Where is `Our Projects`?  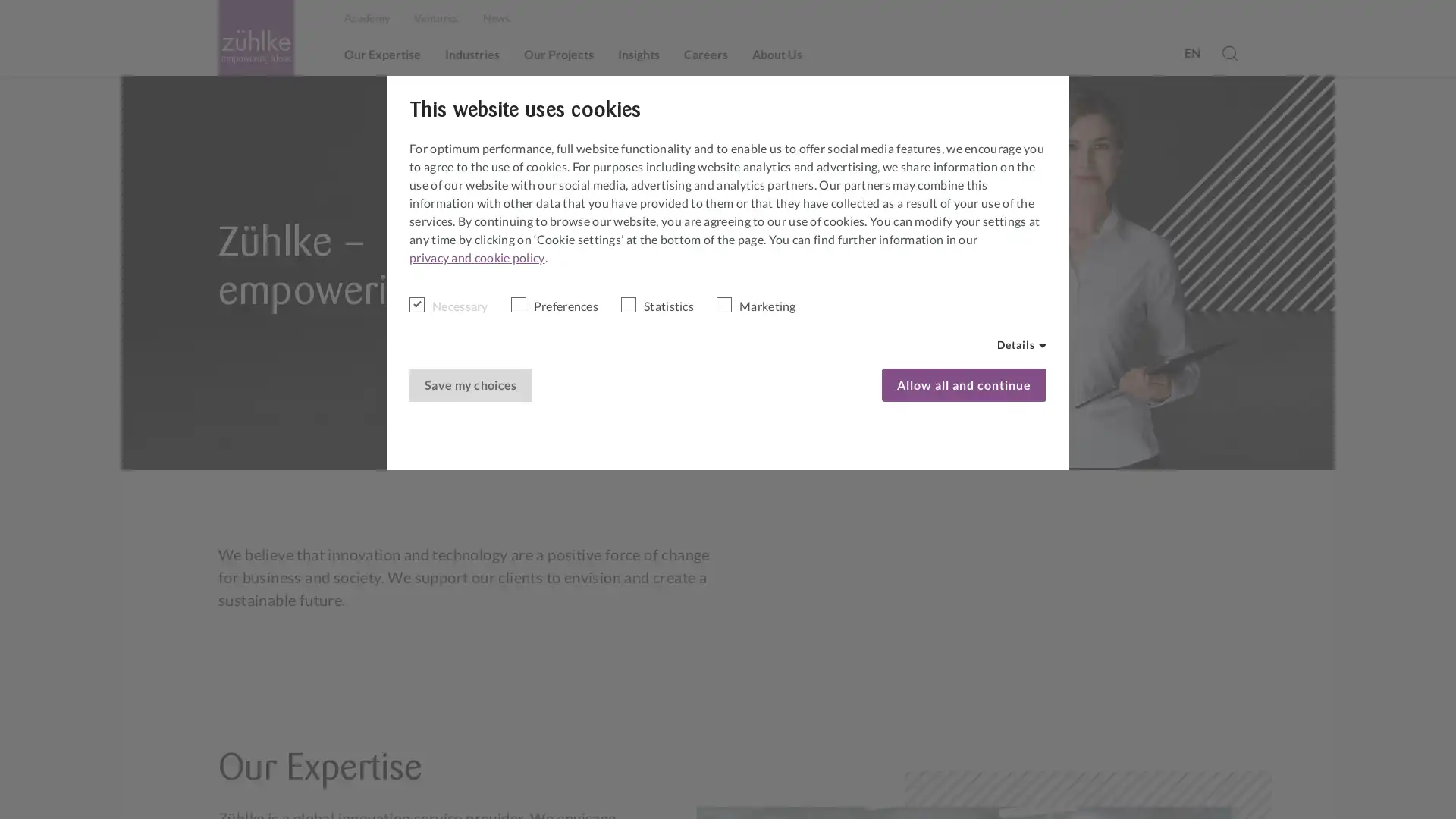
Our Projects is located at coordinates (558, 54).